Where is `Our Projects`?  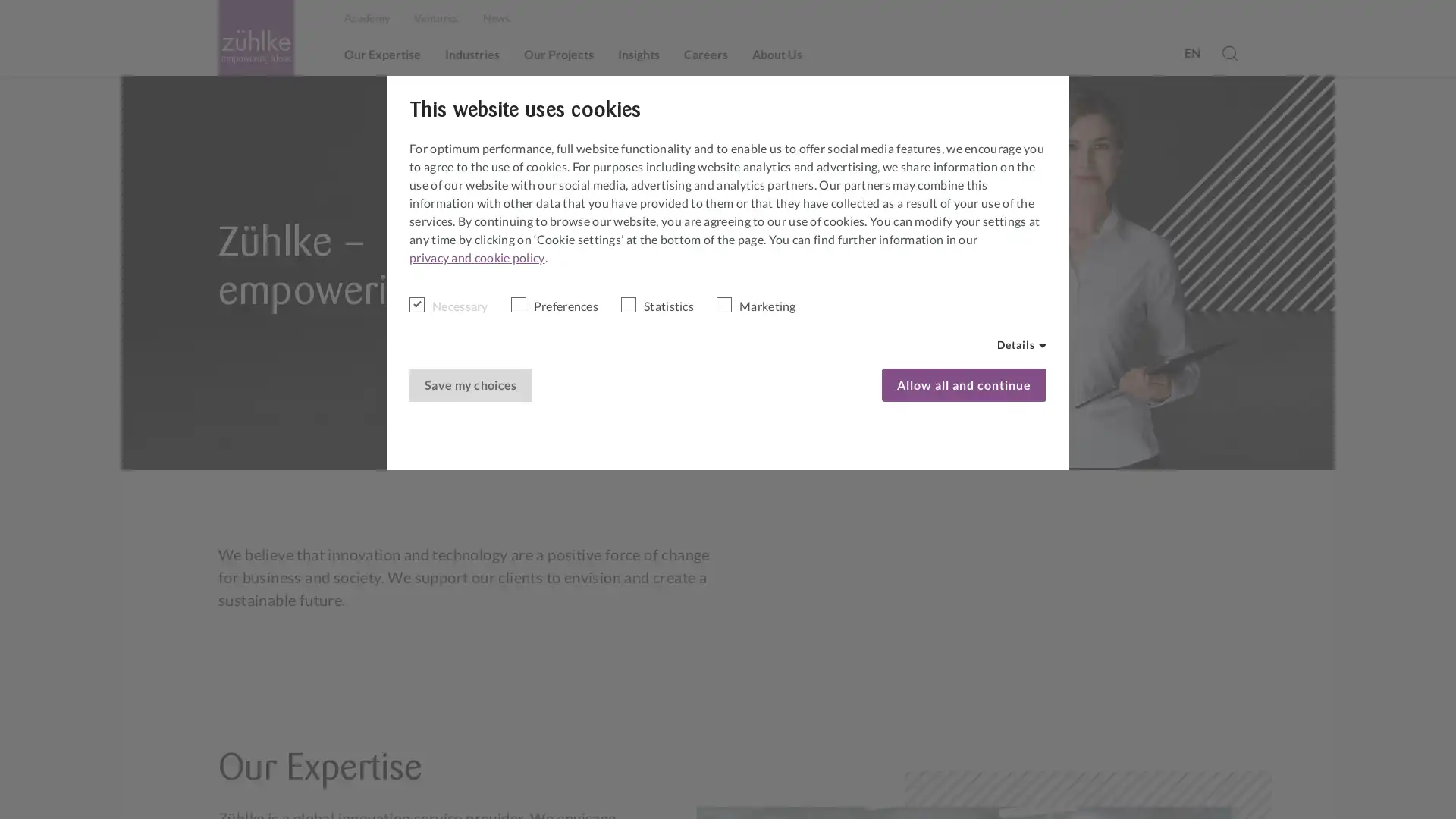
Our Projects is located at coordinates (558, 54).